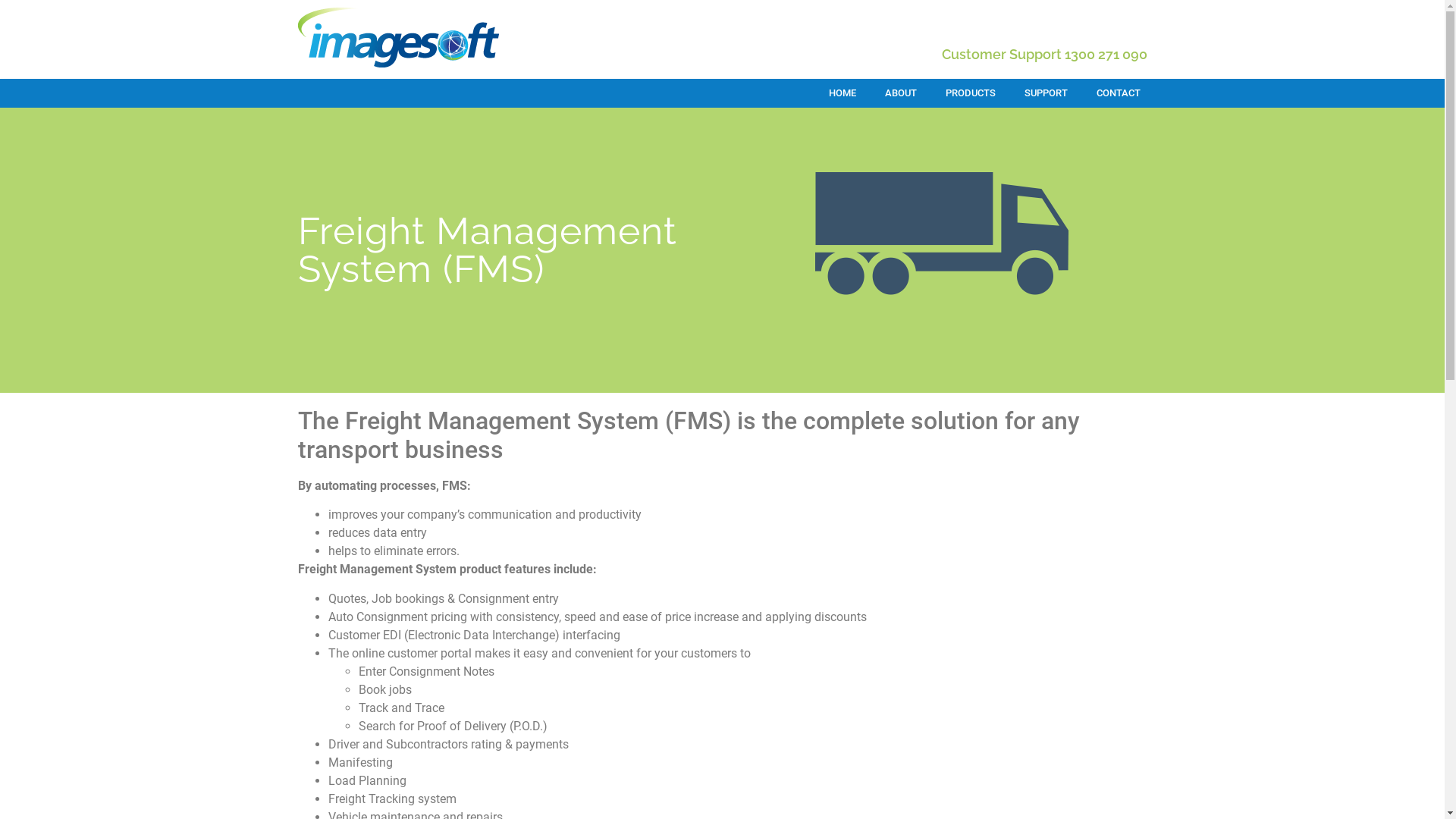 The image size is (1456, 819). Describe the element at coordinates (841, 93) in the screenshot. I see `'HOME'` at that location.